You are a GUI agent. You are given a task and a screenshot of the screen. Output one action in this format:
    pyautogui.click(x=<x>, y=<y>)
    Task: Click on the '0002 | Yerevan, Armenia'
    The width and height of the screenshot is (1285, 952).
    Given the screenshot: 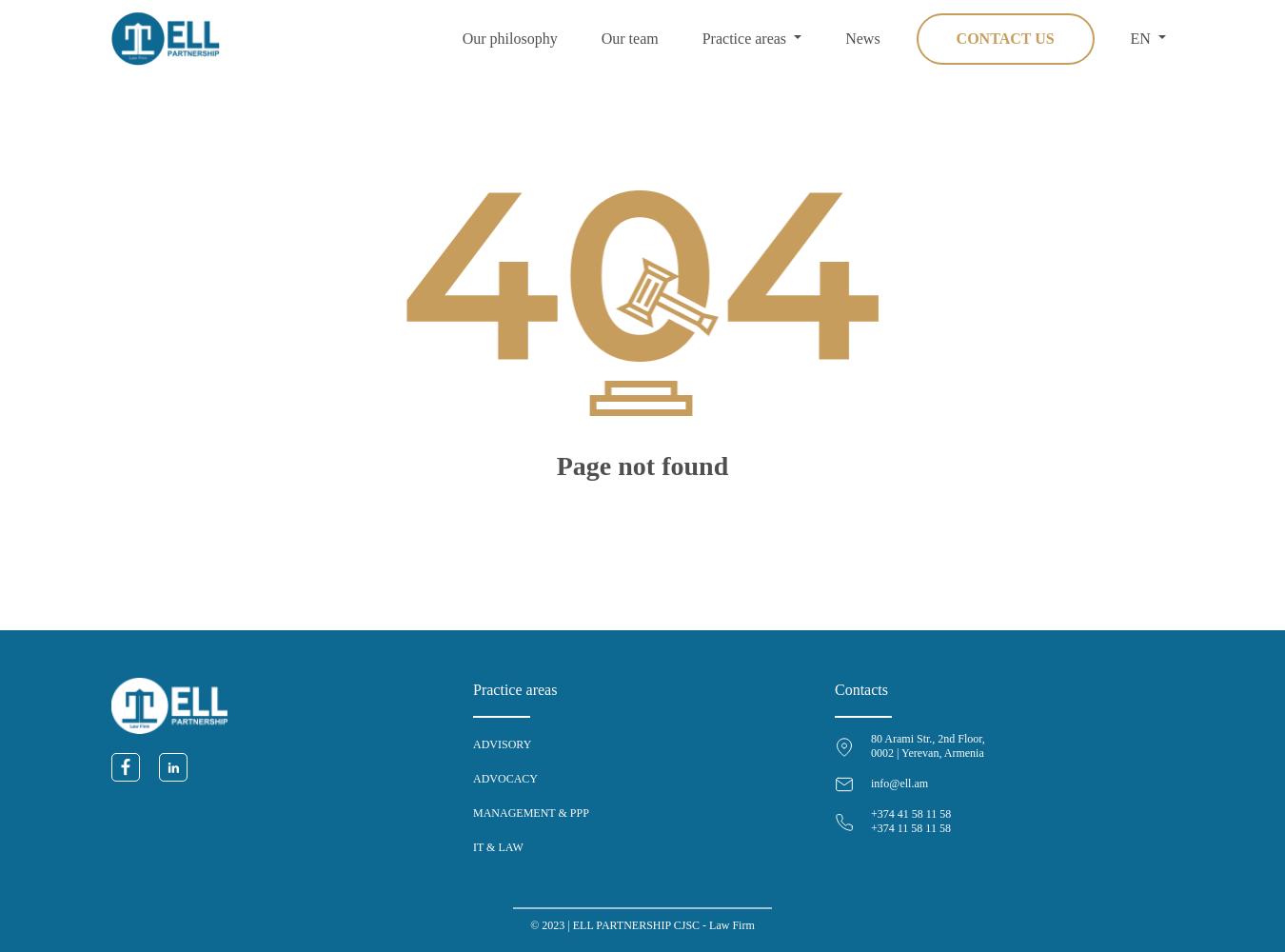 What is the action you would take?
    pyautogui.click(x=870, y=753)
    